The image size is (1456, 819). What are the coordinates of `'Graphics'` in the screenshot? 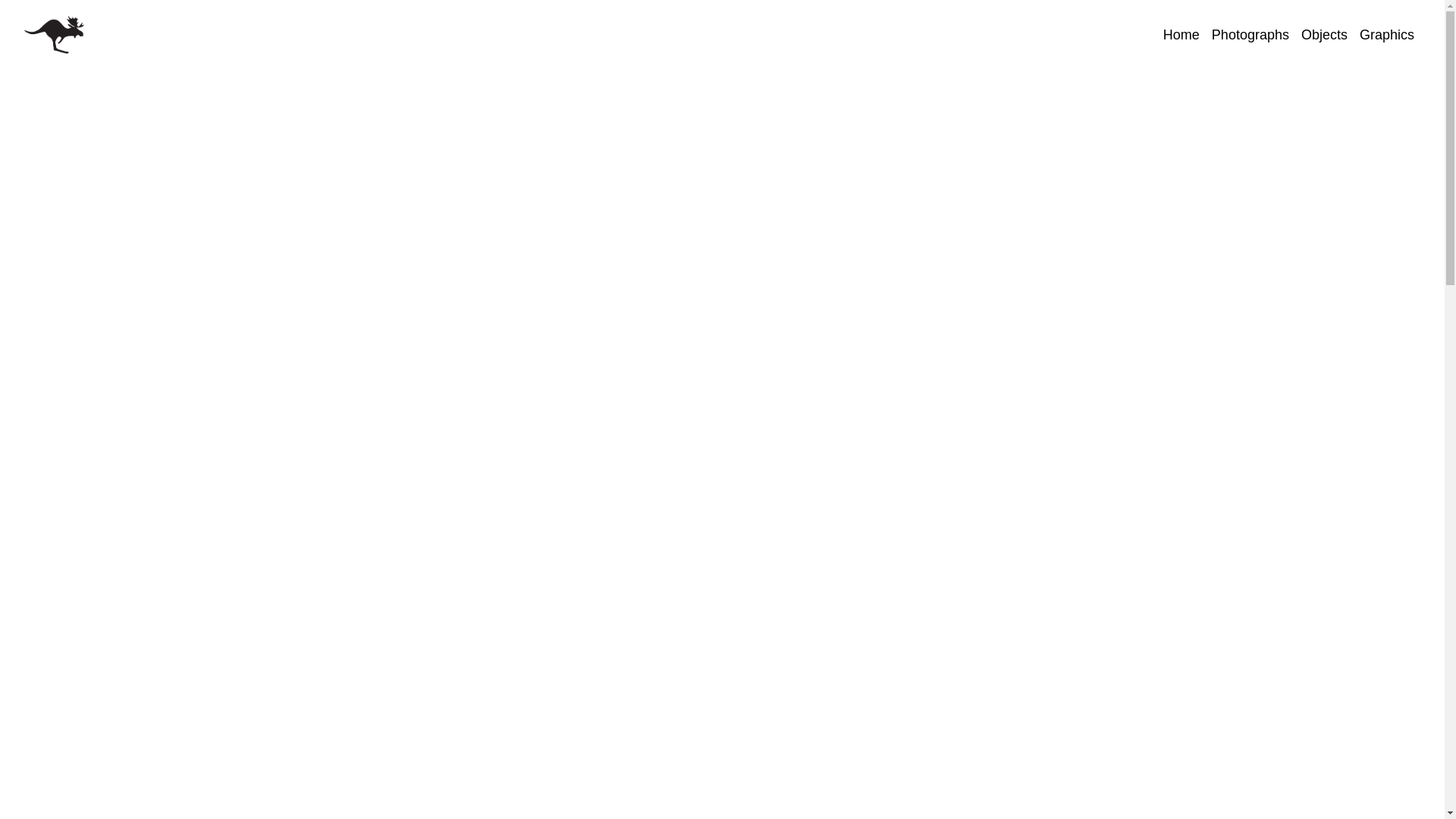 It's located at (1354, 34).